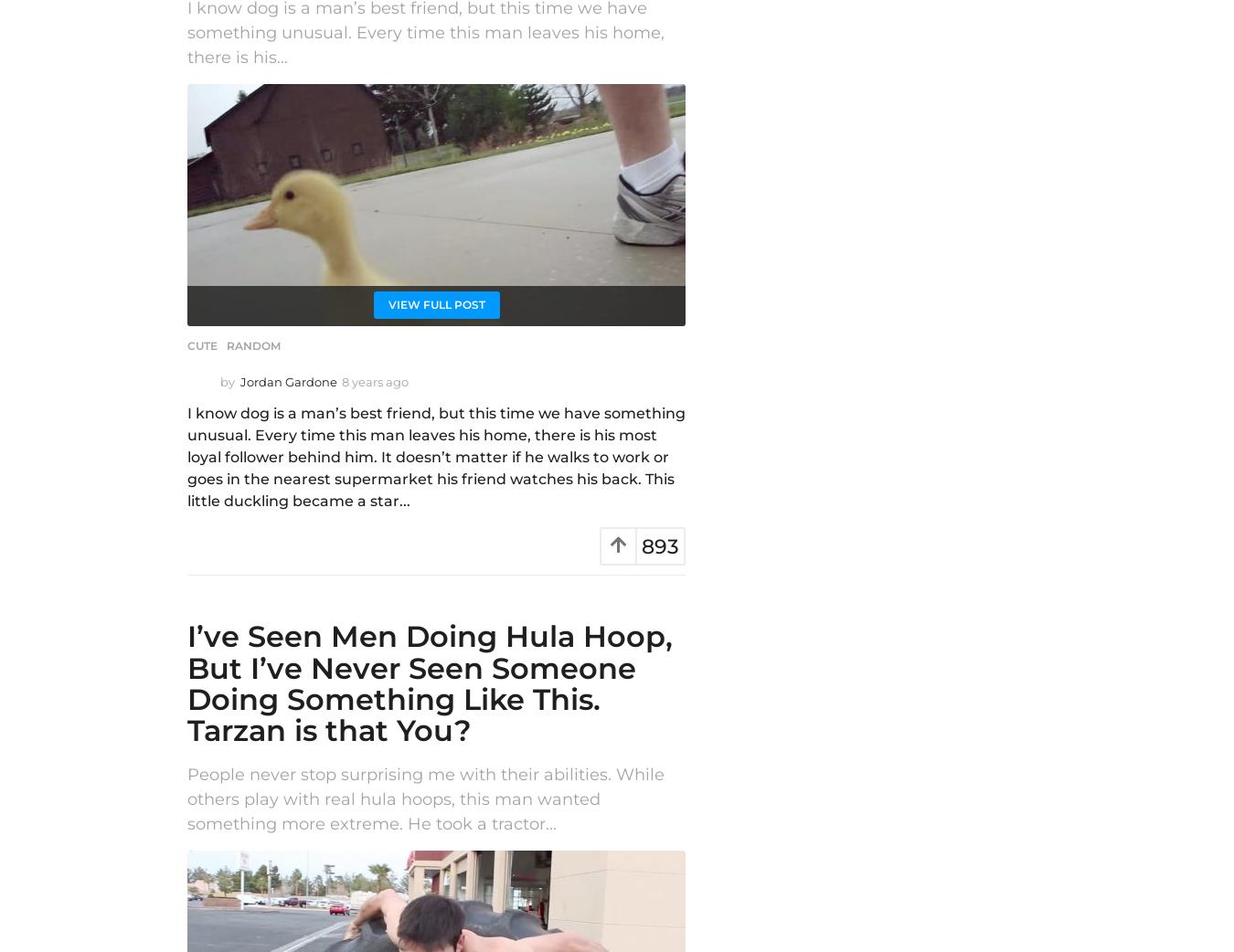 This screenshot has width=1234, height=952. Describe the element at coordinates (434, 304) in the screenshot. I see `'View Full Post'` at that location.